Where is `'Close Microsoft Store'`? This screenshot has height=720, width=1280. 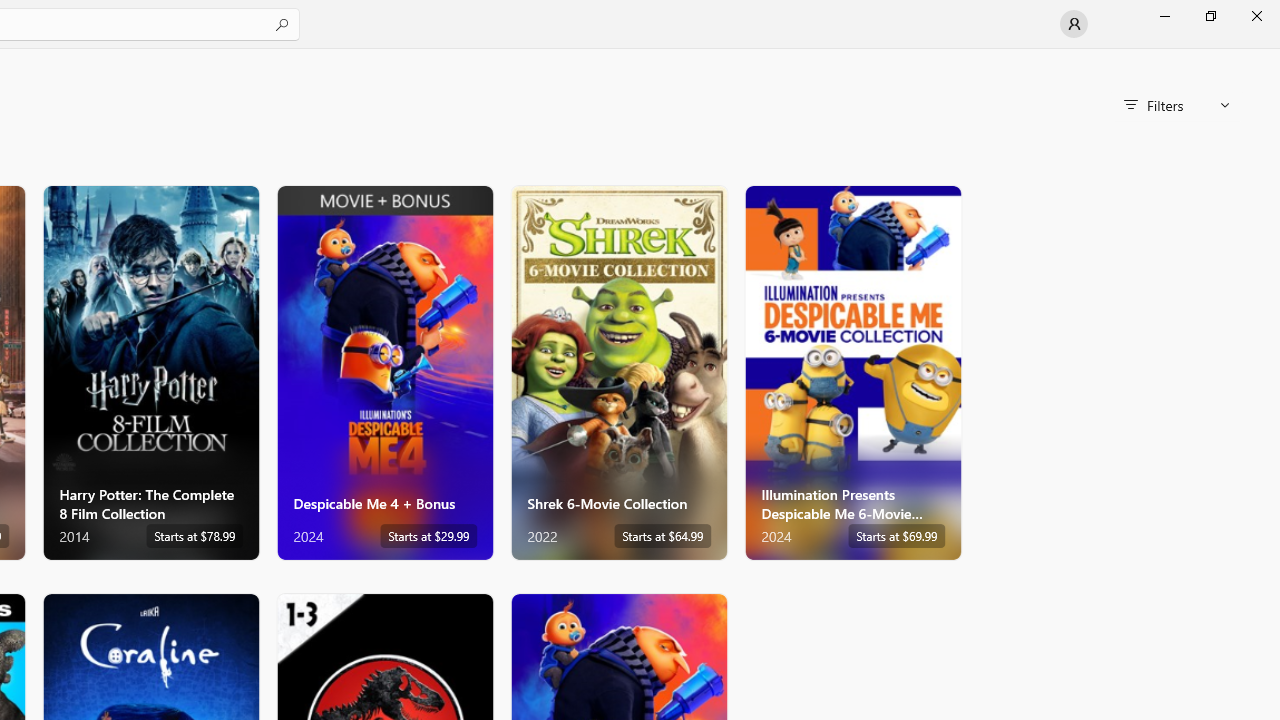
'Close Microsoft Store' is located at coordinates (1255, 15).